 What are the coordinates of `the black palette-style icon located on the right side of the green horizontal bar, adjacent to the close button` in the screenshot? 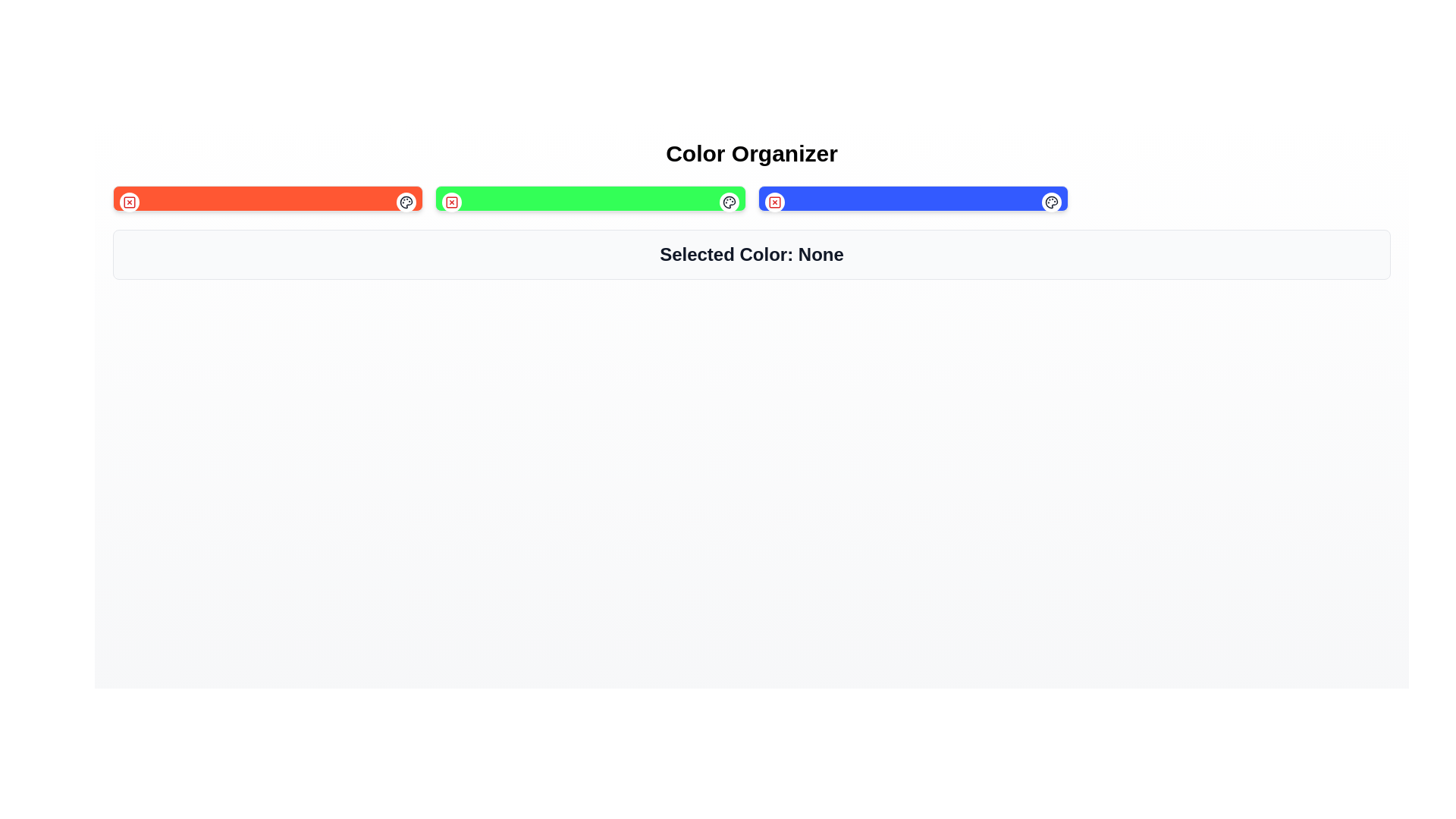 It's located at (729, 201).